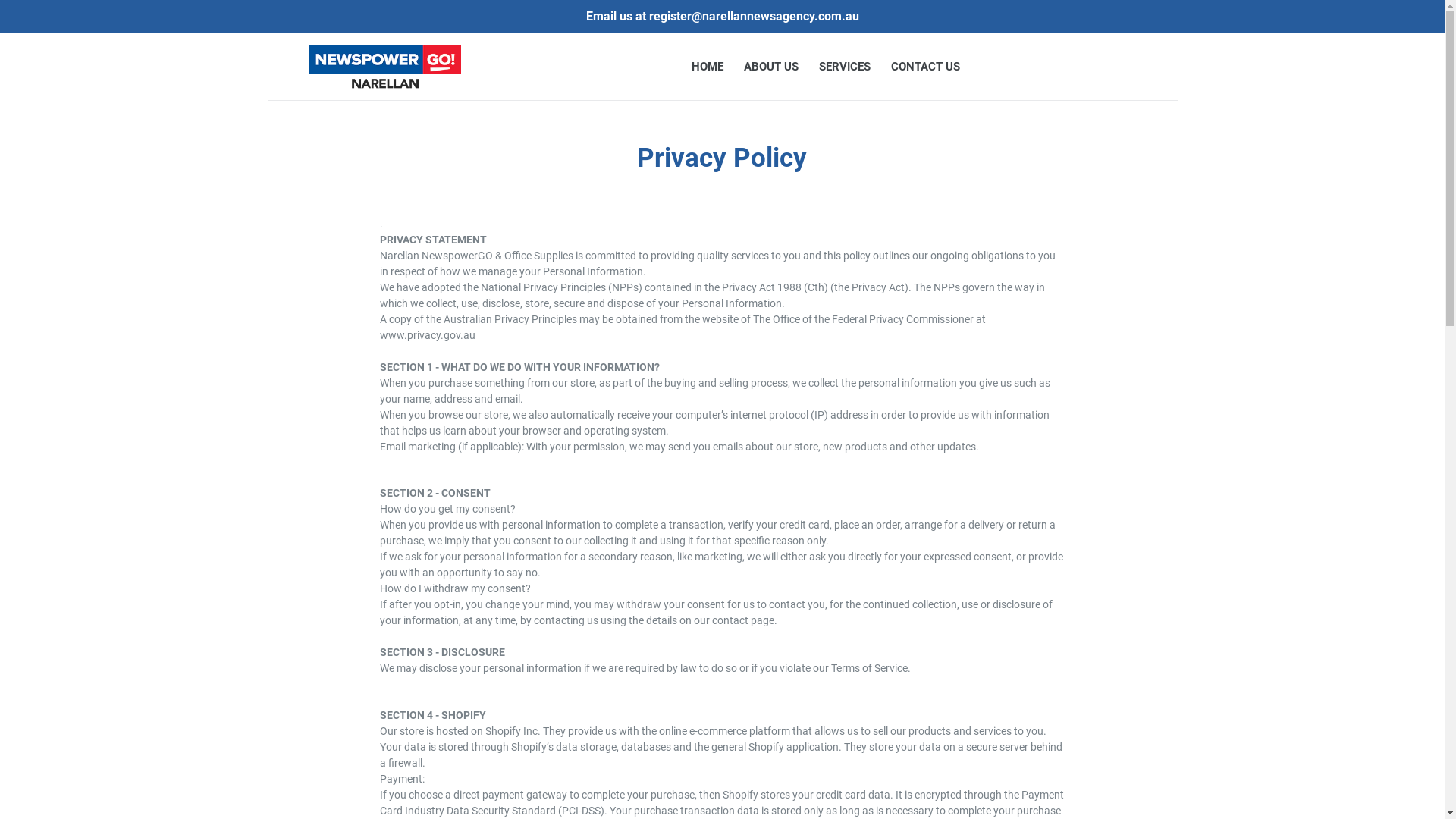 This screenshot has width=1456, height=819. What do you see at coordinates (706, 66) in the screenshot?
I see `'HOME'` at bounding box center [706, 66].